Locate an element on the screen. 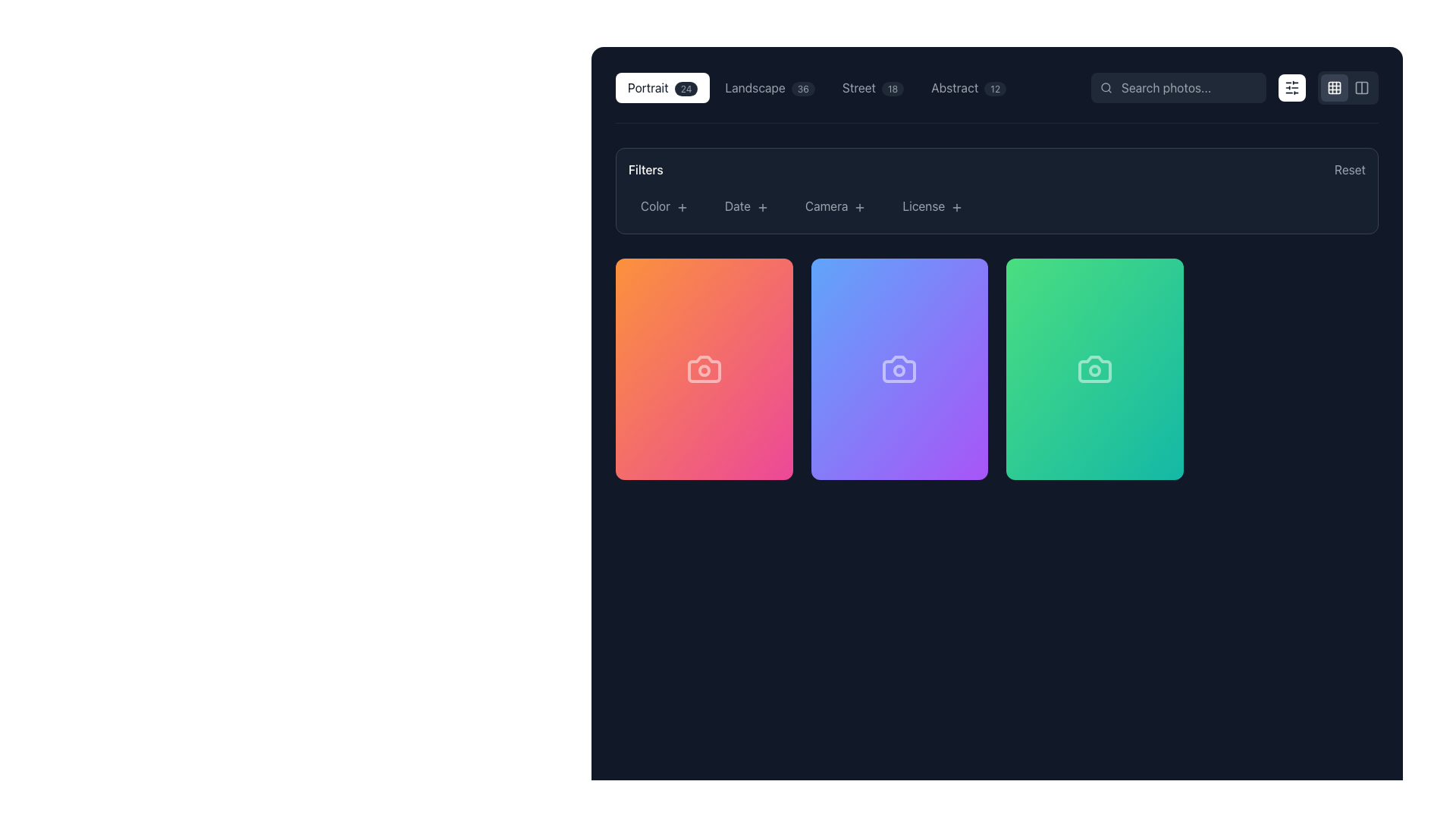  the search icon located at the left end of the input field with placeholder text 'Search photos...' at the top right corner of the page is located at coordinates (1106, 87).